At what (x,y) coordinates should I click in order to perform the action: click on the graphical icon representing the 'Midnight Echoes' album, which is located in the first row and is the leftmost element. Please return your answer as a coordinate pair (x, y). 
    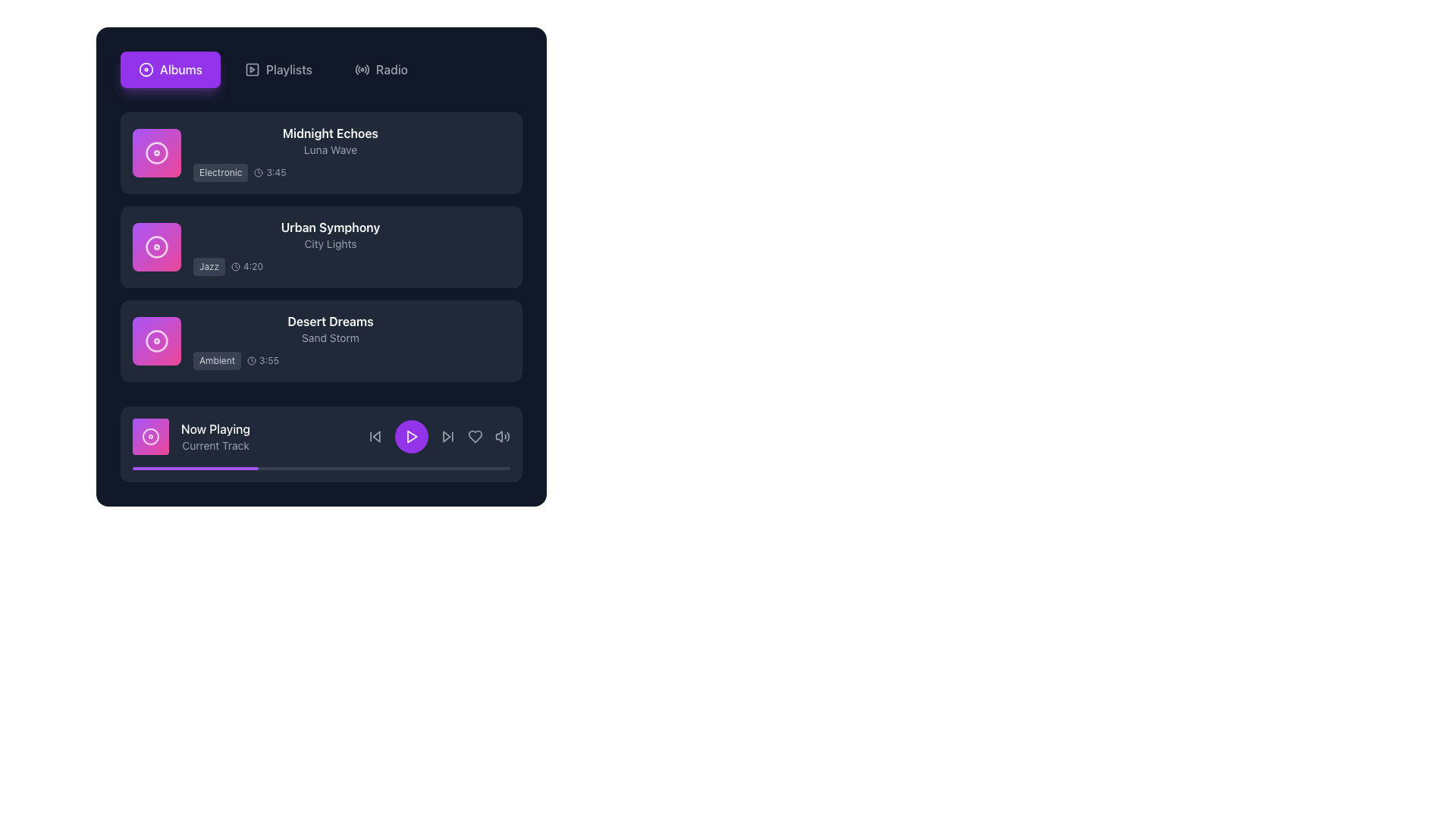
    Looking at the image, I should click on (156, 152).